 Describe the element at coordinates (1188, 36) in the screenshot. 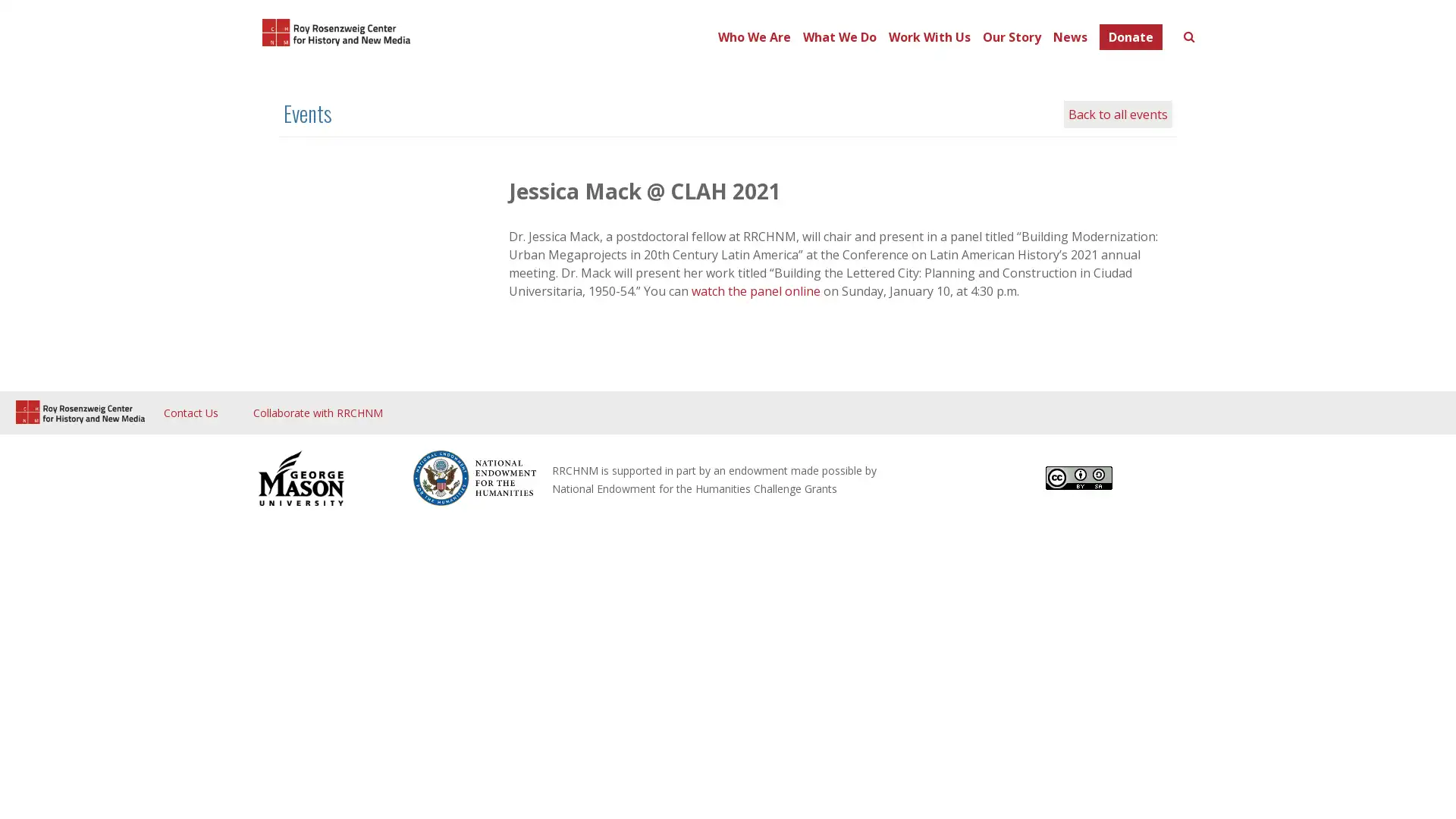

I see `Toggle search form` at that location.